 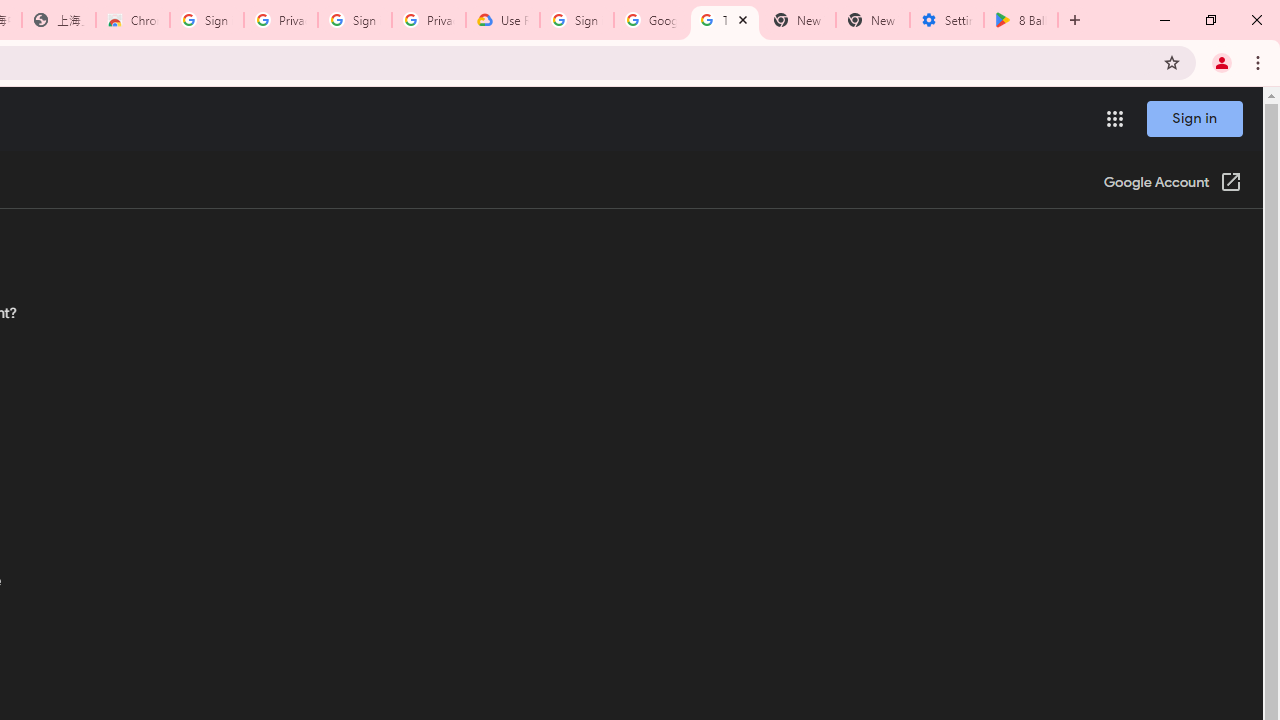 I want to click on 'Chrome Web Store - Color themes by Chrome', so click(x=132, y=20).